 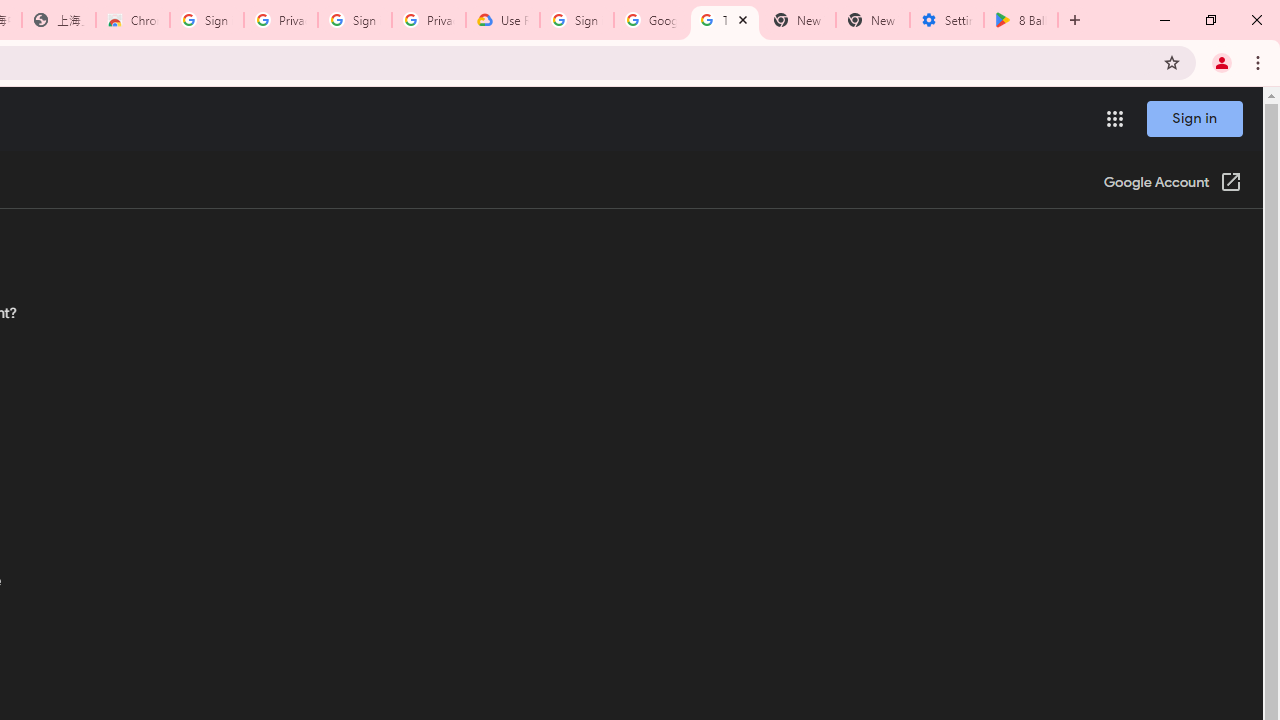 I want to click on 'Chrome Web Store - Color themes by Chrome', so click(x=132, y=20).